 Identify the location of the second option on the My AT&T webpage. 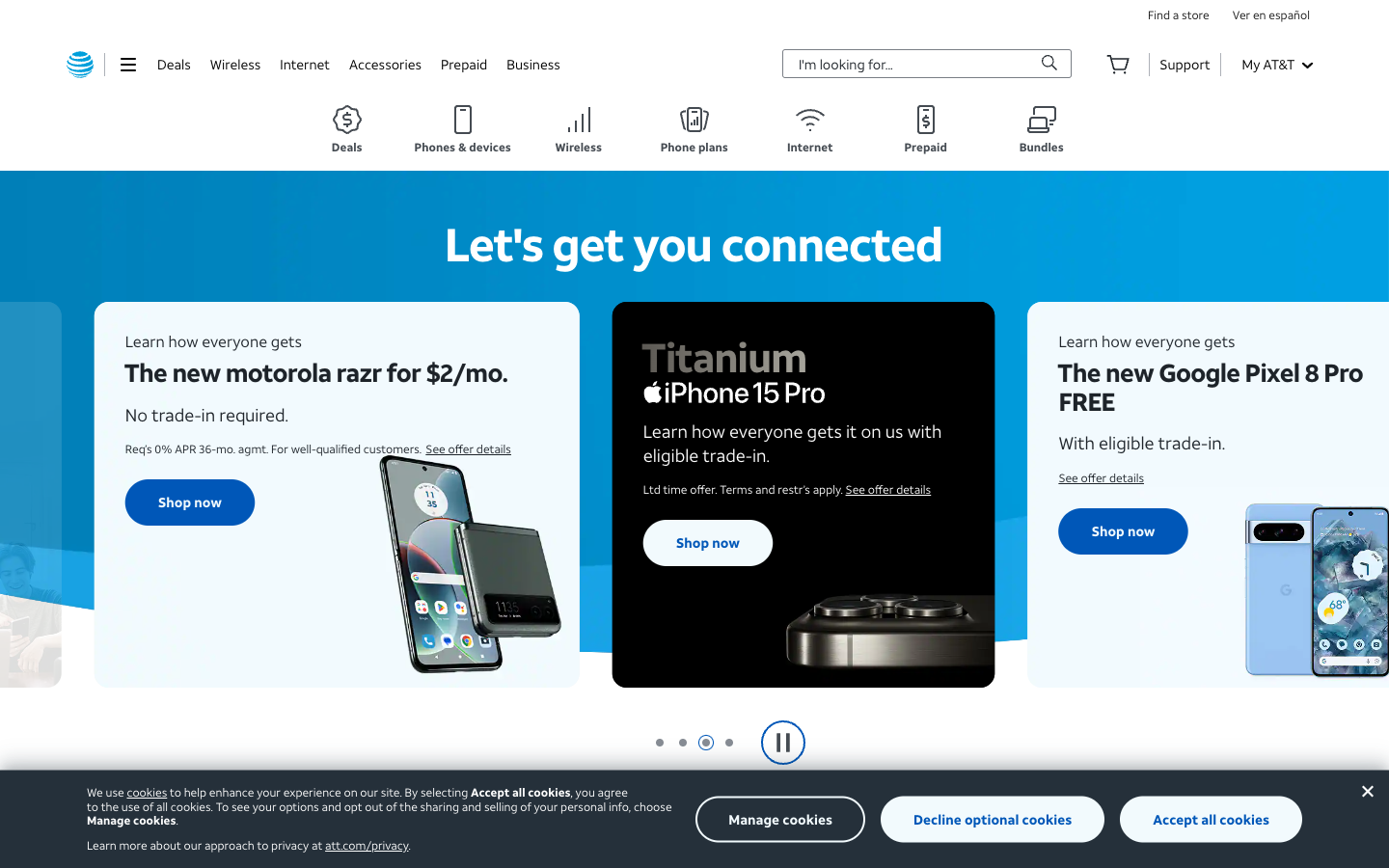
(1275, 63).